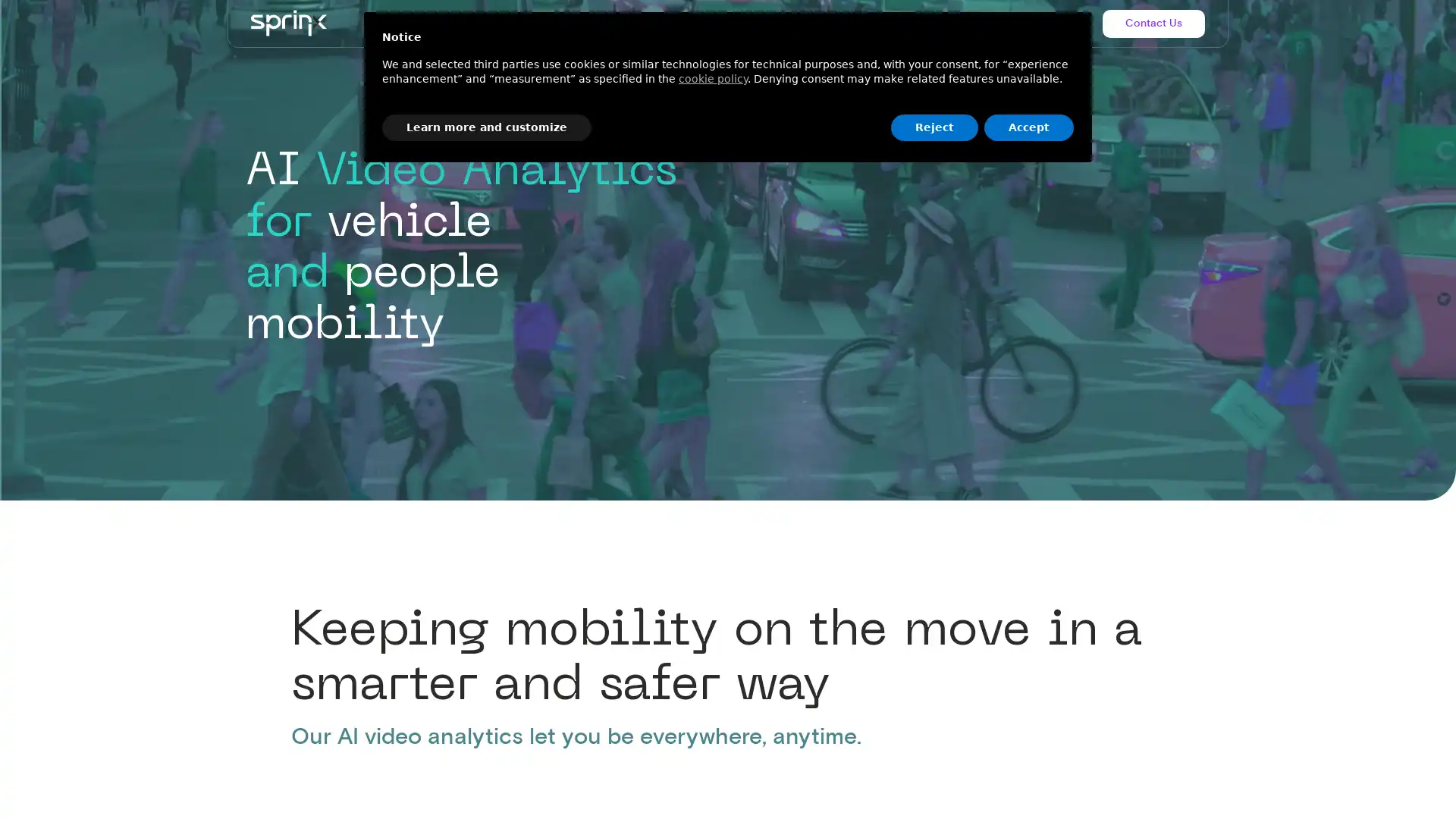 This screenshot has height=819, width=1456. I want to click on Learn more and customize, so click(487, 127).